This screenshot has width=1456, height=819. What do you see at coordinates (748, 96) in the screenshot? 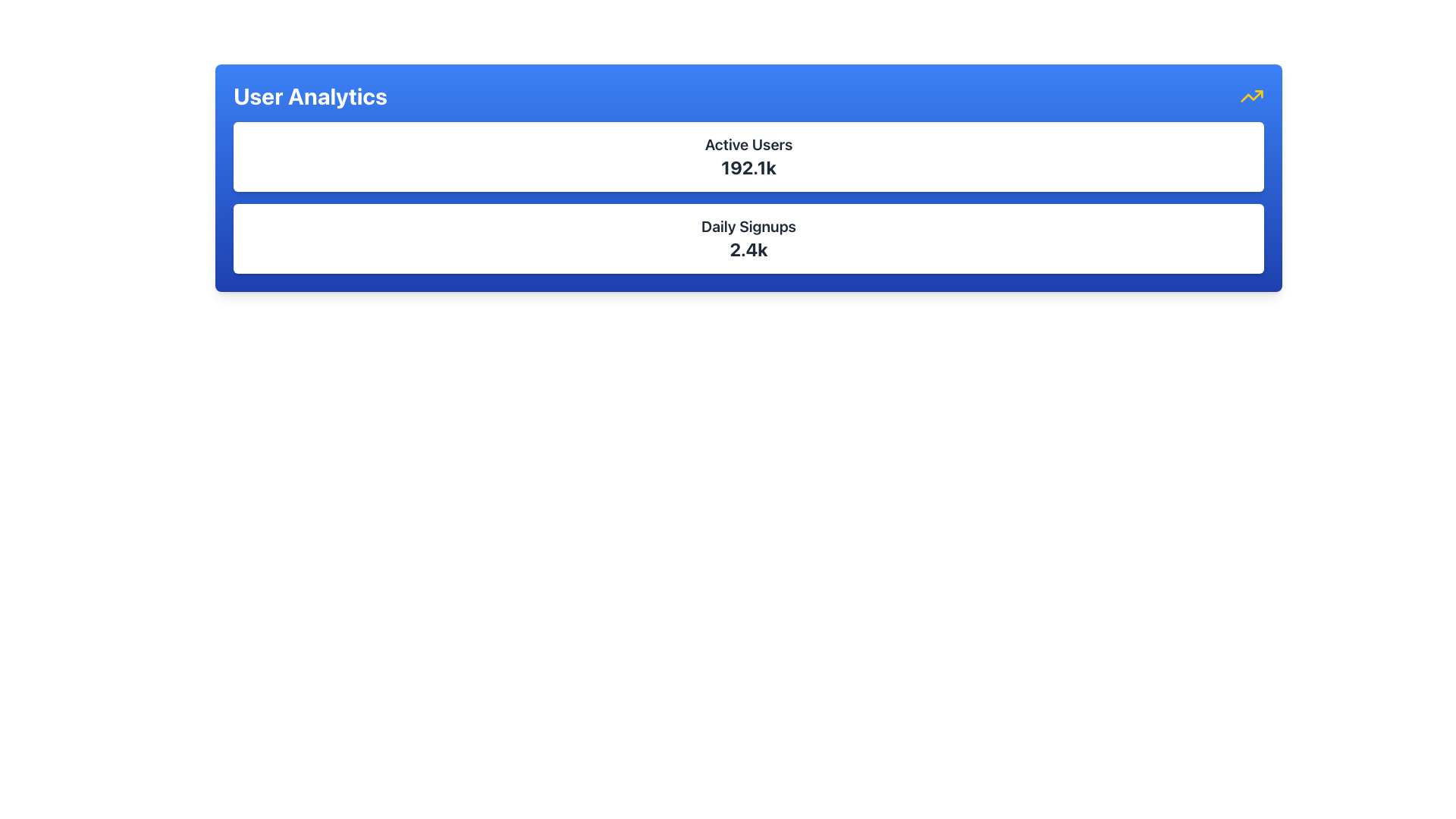
I see `the Header element that indicates user analytics information, located at the top of the card section above 'Active Users' and 'Daily Signups'` at bounding box center [748, 96].